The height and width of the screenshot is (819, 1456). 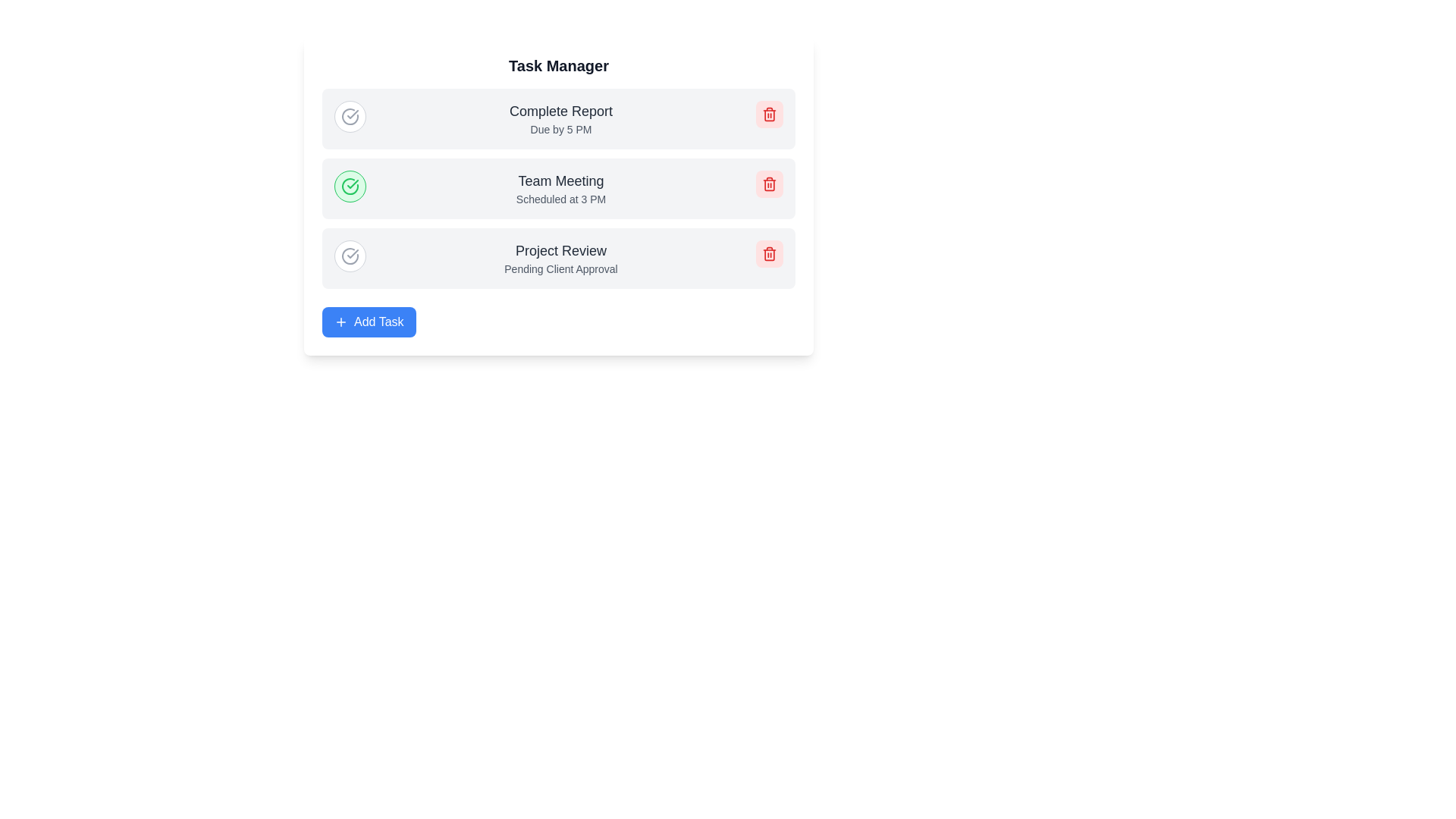 What do you see at coordinates (560, 188) in the screenshot?
I see `the non-interactive Text display element that shows details of a scheduled item, specifically the second item in the list located between the green check icon and the red delete button` at bounding box center [560, 188].